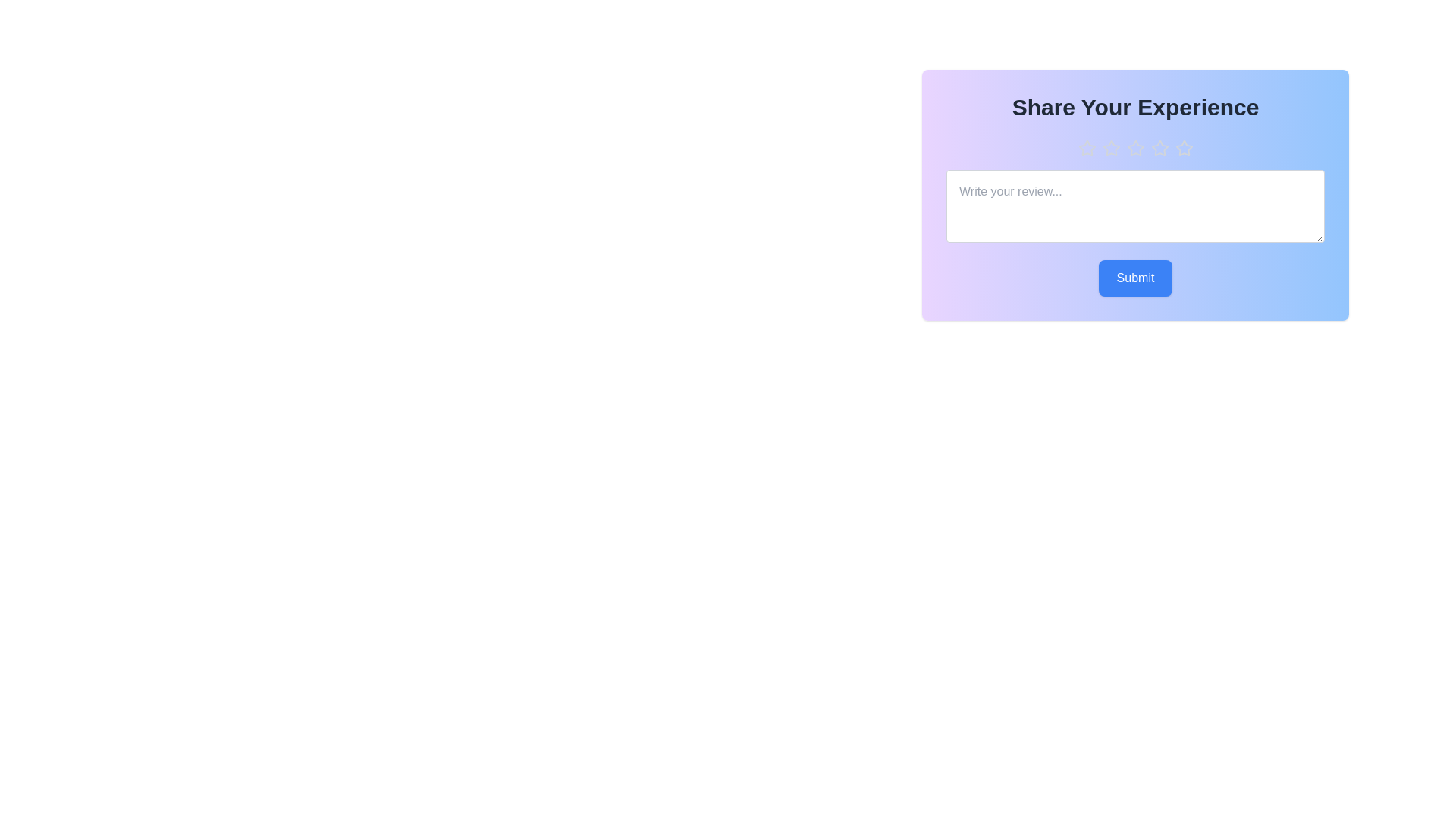 Image resolution: width=1456 pixels, height=819 pixels. Describe the element at coordinates (1135, 149) in the screenshot. I see `the rating to 3 stars by clicking the corresponding star button` at that location.